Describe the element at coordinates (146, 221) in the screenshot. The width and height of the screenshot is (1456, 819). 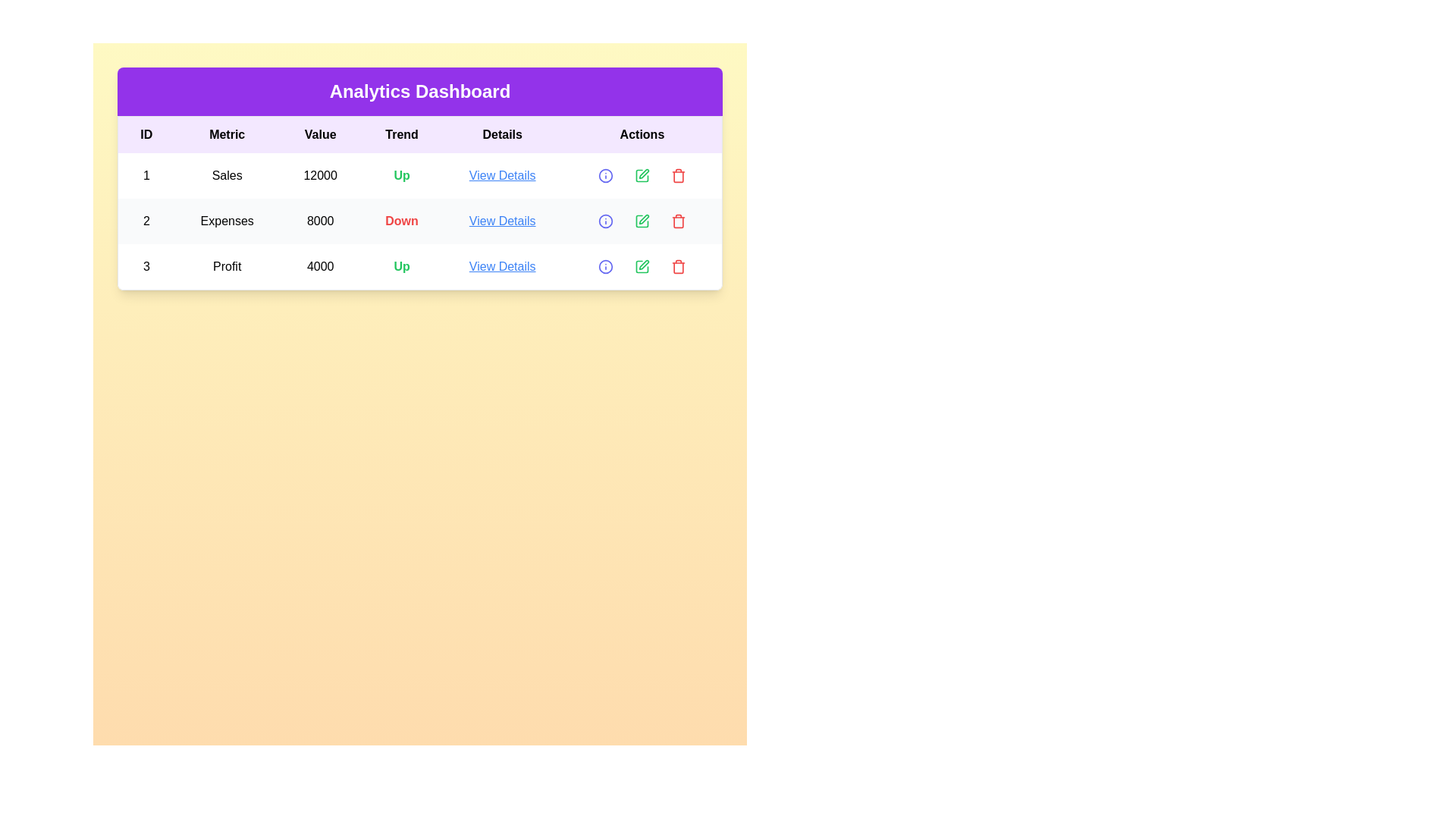
I see `the Text label in the leftmost column of the second row of the table, which serves as an identifier and is located under the 'ID' header, above the number '3'` at that location.